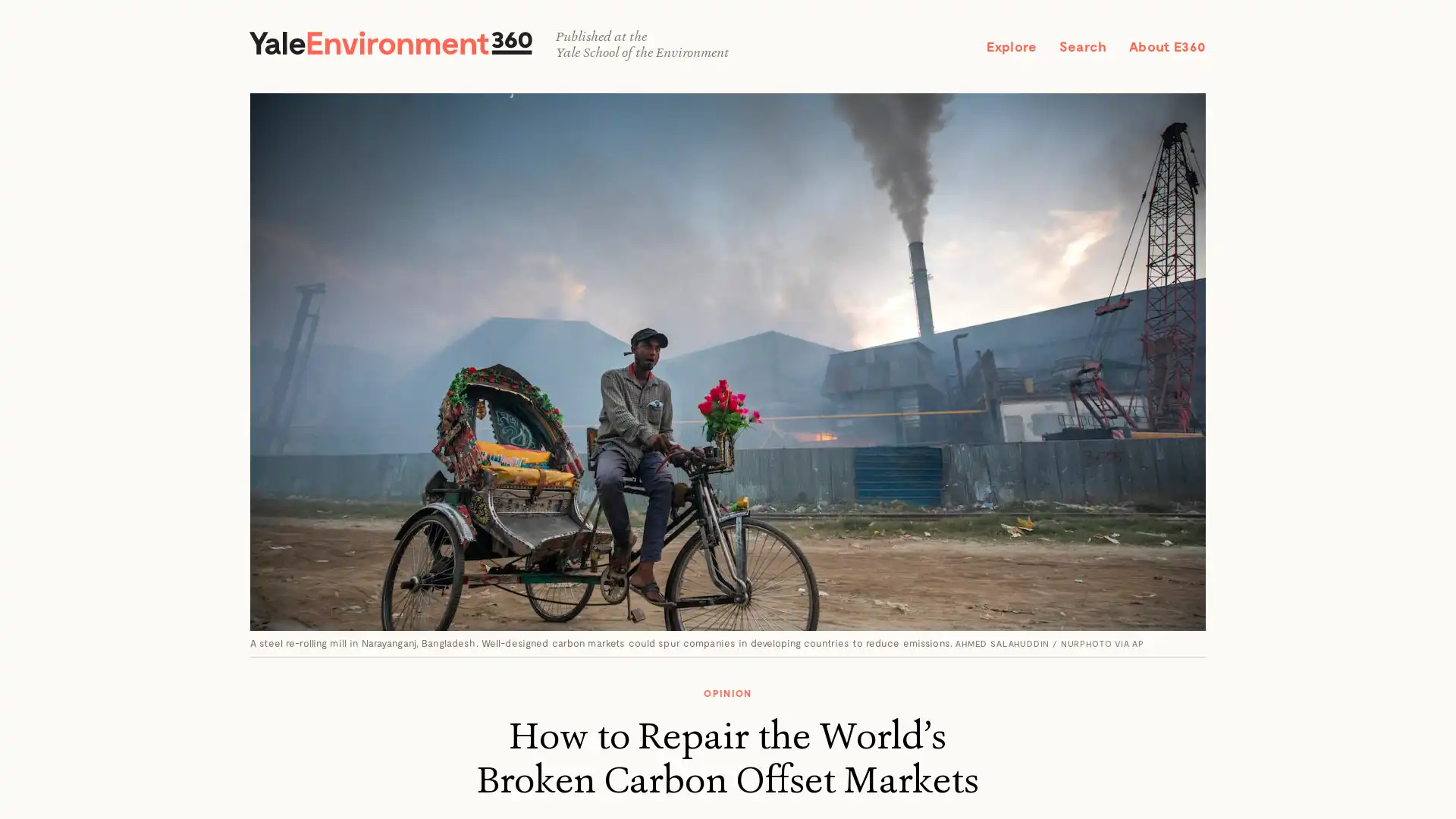 The image size is (1456, 819). Describe the element at coordinates (726, 485) in the screenshot. I see `YES, I WILL DONATE.` at that location.